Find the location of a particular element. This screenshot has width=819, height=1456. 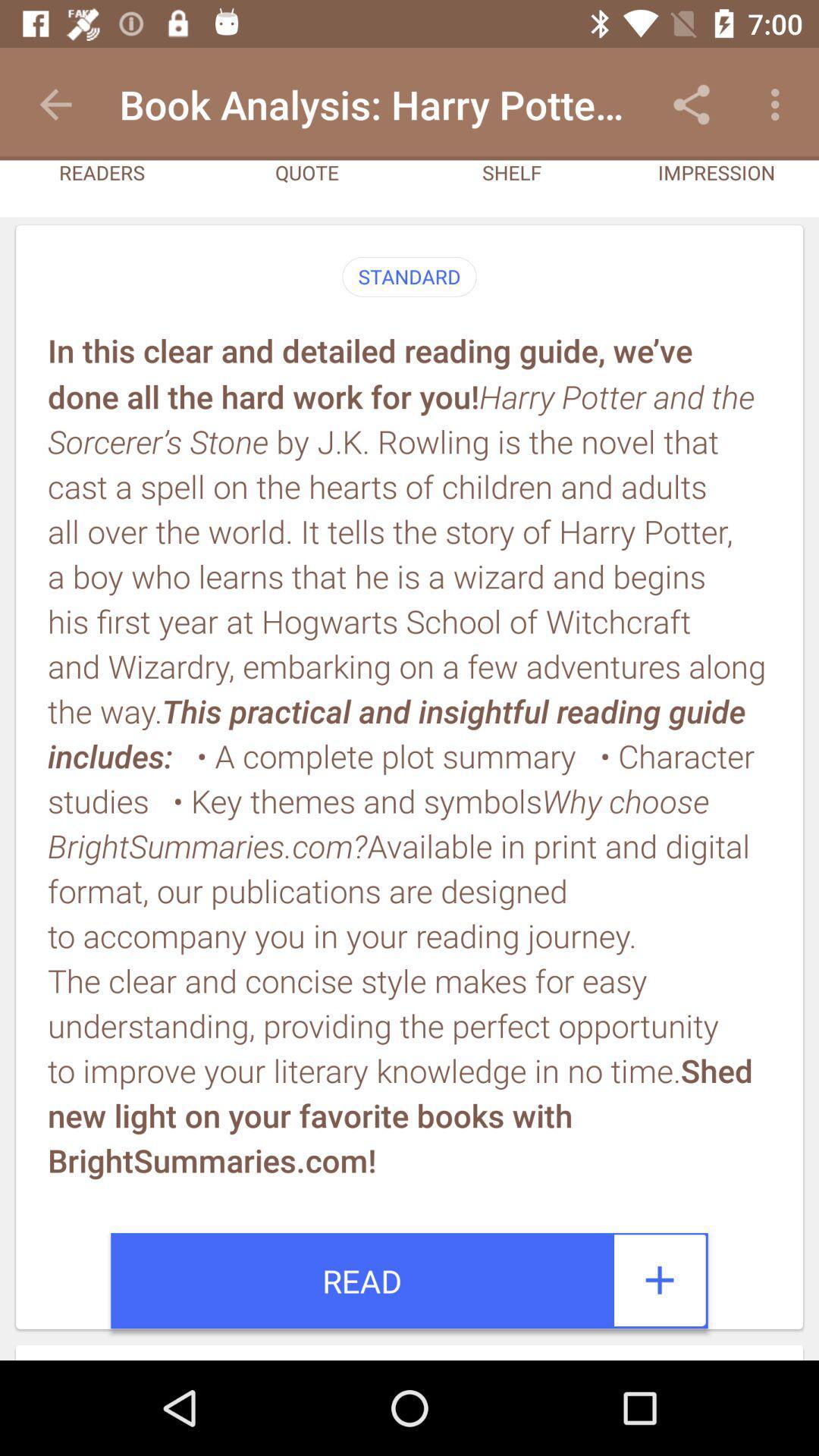

the share icon is located at coordinates (691, 104).